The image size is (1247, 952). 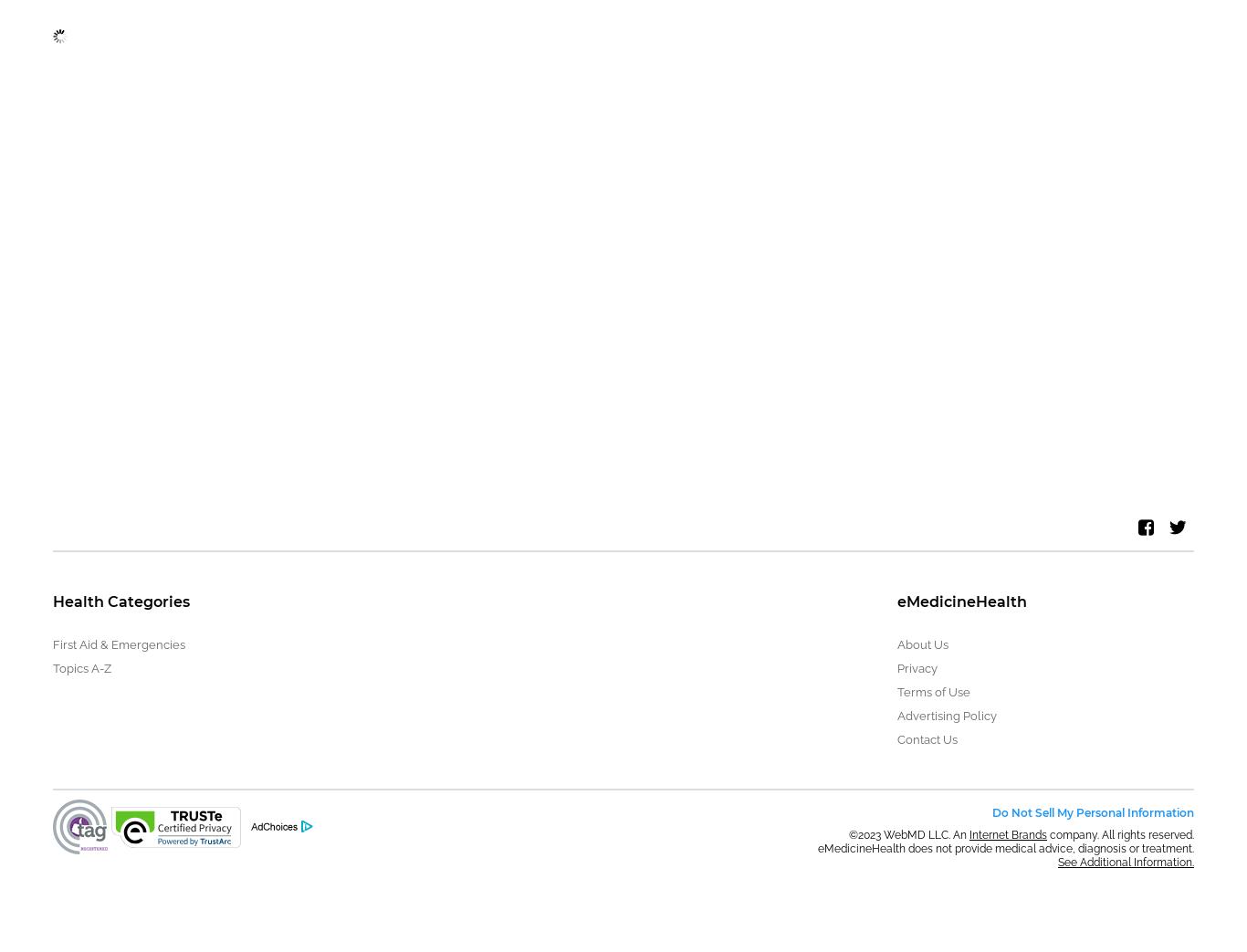 I want to click on 'Internet Brands', so click(x=1007, y=834).